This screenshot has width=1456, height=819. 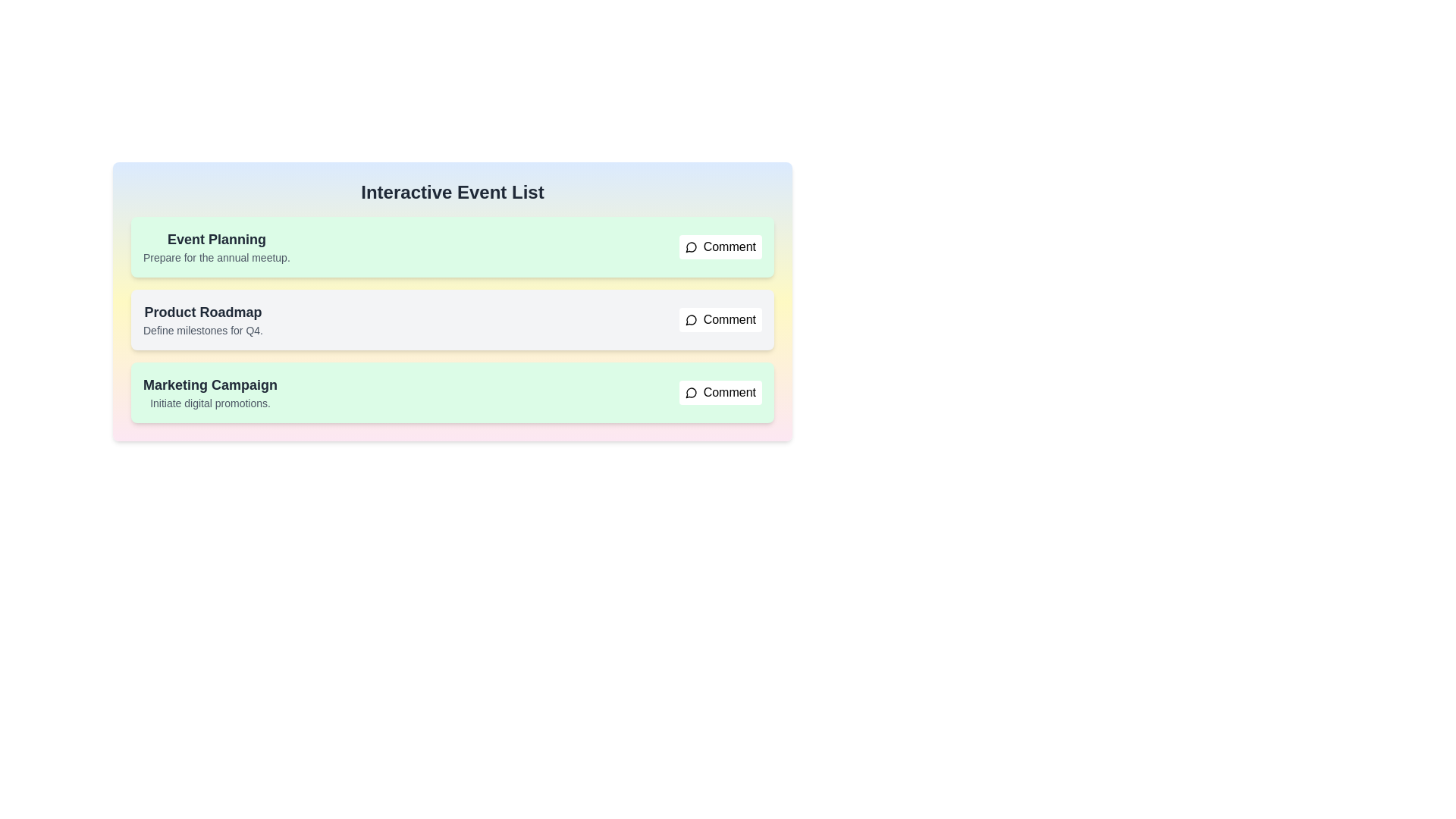 What do you see at coordinates (720, 246) in the screenshot?
I see `comment button for the item with title Event Planning` at bounding box center [720, 246].